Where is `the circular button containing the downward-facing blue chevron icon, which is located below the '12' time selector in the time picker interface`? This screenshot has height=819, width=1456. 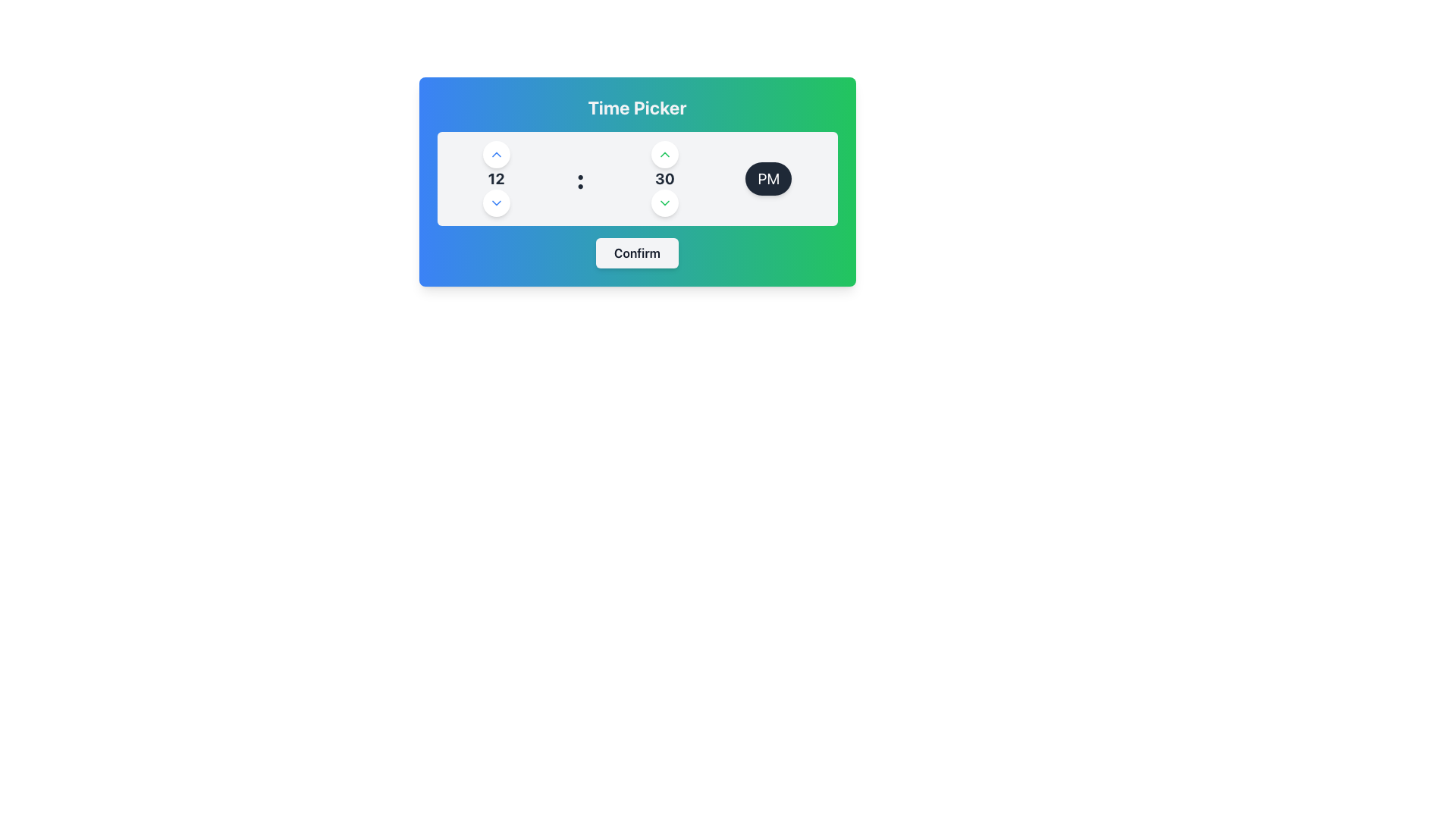 the circular button containing the downward-facing blue chevron icon, which is located below the '12' time selector in the time picker interface is located at coordinates (496, 202).